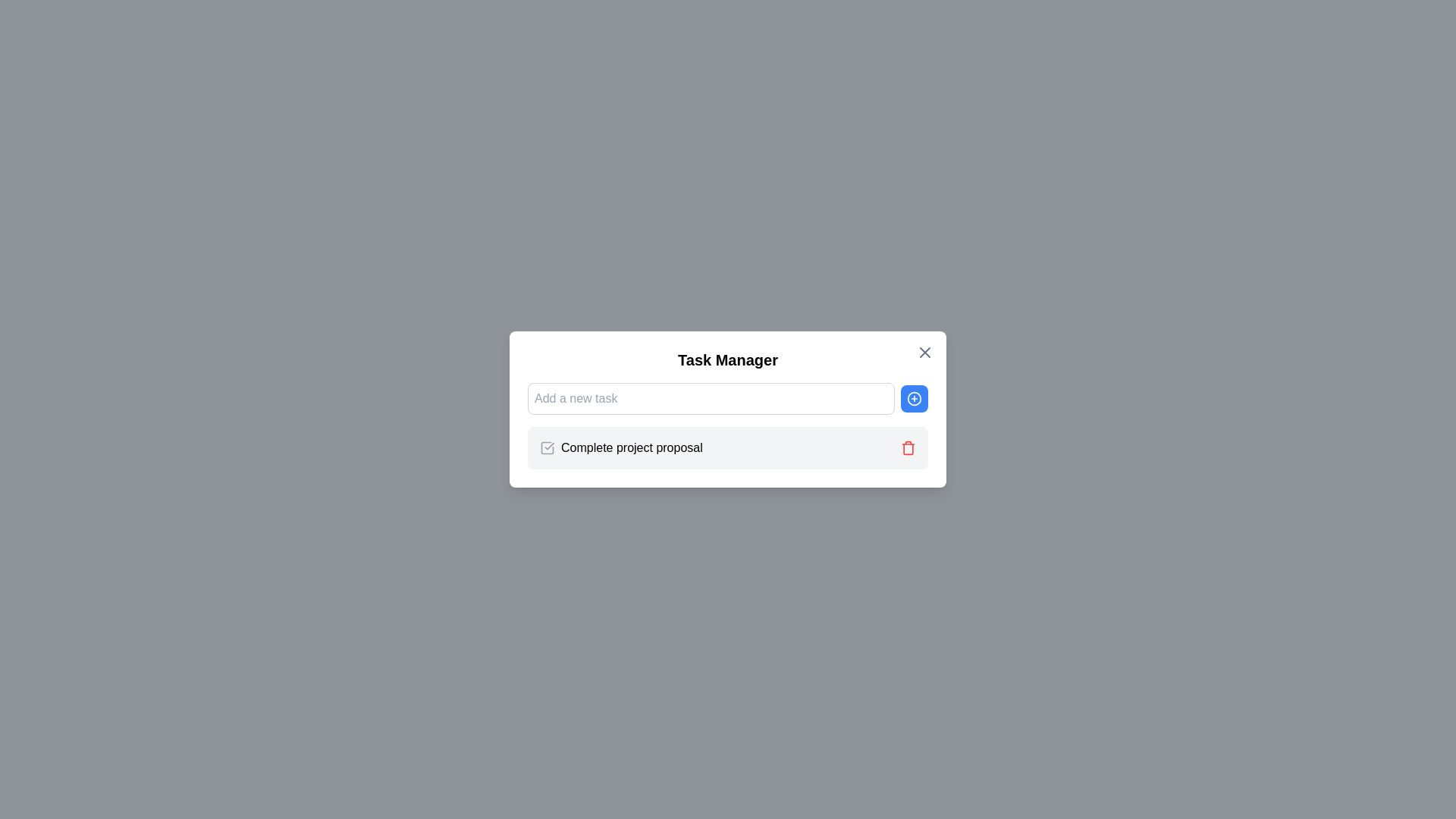 This screenshot has width=1456, height=819. What do you see at coordinates (913, 397) in the screenshot?
I see `the blue circular button with a plus symbol` at bounding box center [913, 397].